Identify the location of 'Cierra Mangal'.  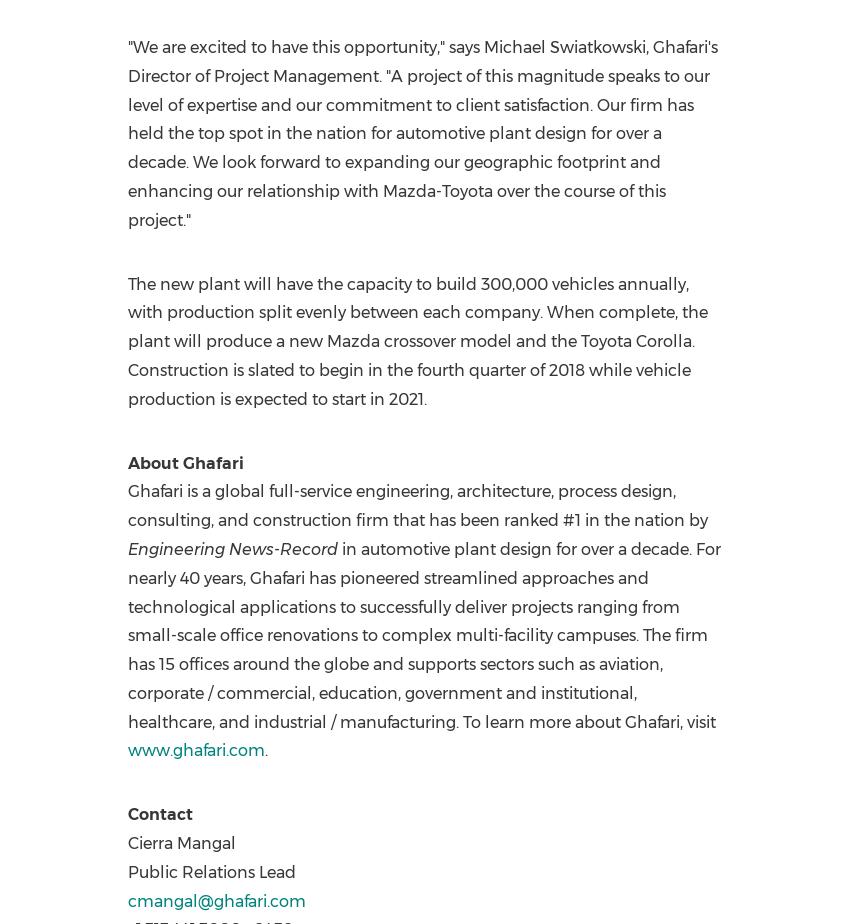
(125, 843).